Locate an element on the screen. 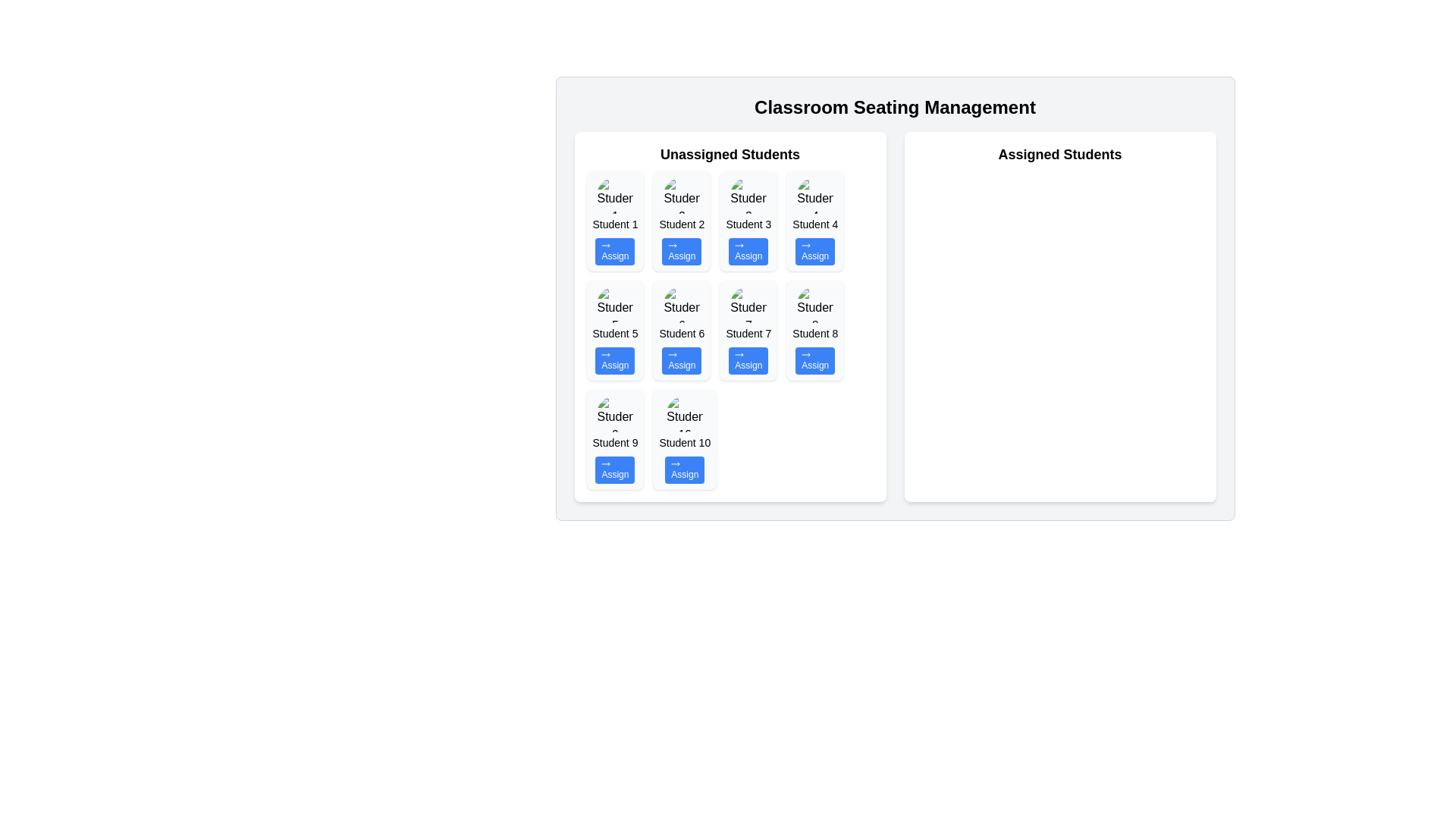 This screenshot has height=819, width=1456. the button labeled 'Assign to Category' for 'Student 3' located in the third column of the 'Unassigned Students' section to observe visual changes is located at coordinates (748, 250).